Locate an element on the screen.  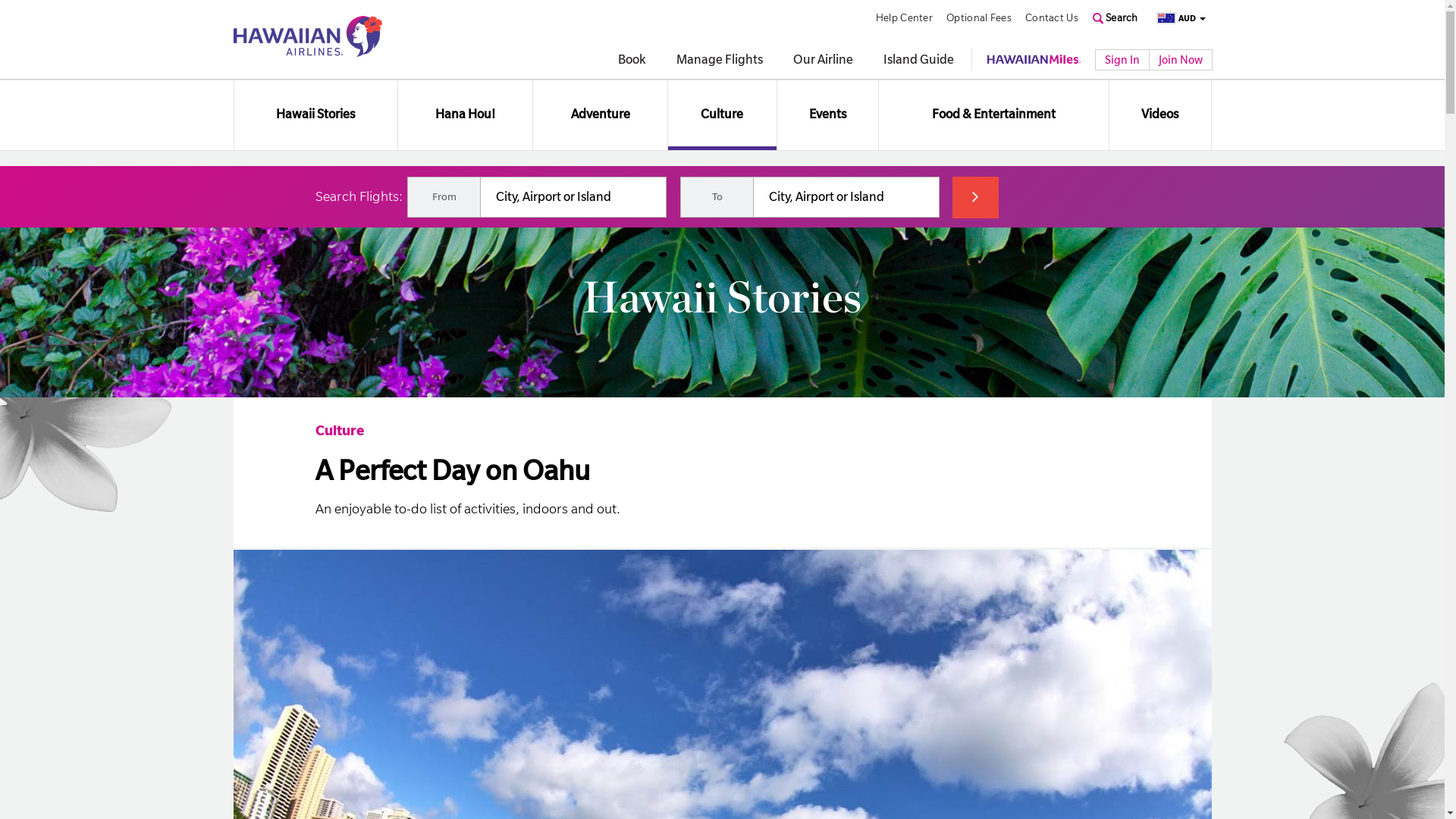
'Manage Flights' is located at coordinates (719, 61).